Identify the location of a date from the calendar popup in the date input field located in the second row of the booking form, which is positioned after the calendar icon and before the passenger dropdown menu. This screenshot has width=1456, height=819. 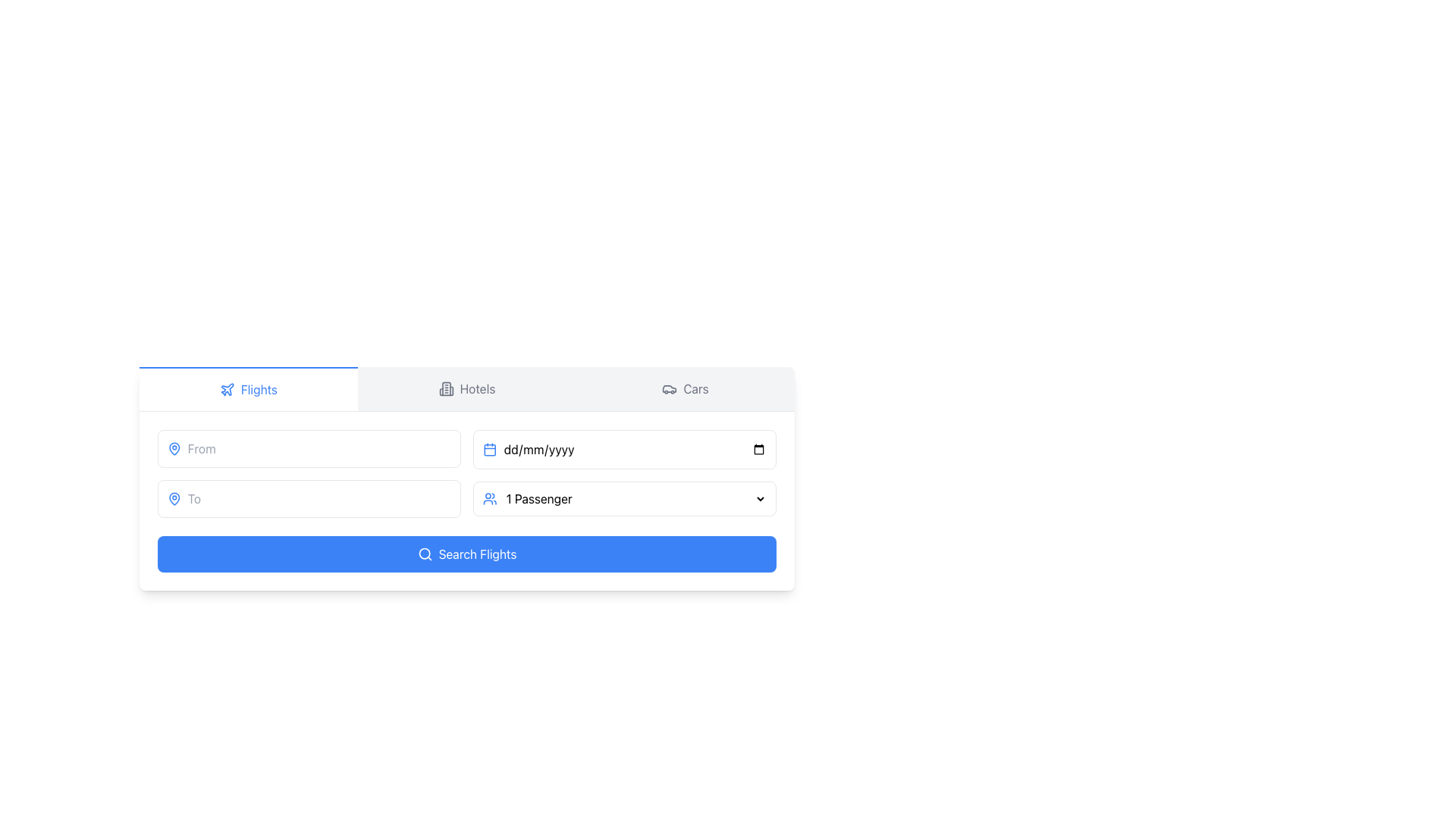
(634, 449).